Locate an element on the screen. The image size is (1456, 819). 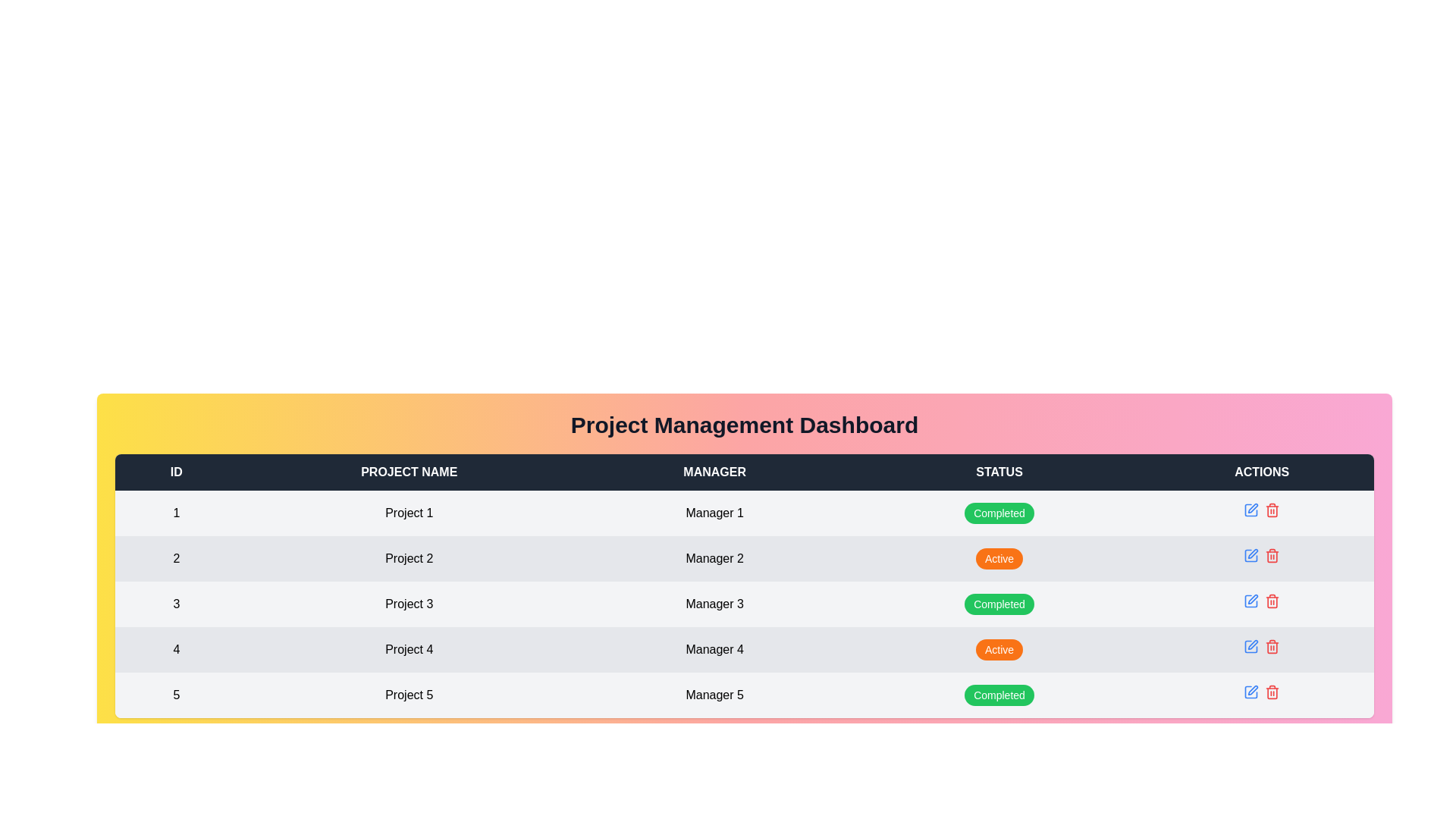
the trash icon representing the delete action for 'Project 3' located in the 'ACTIONS' column of the table is located at coordinates (1272, 601).